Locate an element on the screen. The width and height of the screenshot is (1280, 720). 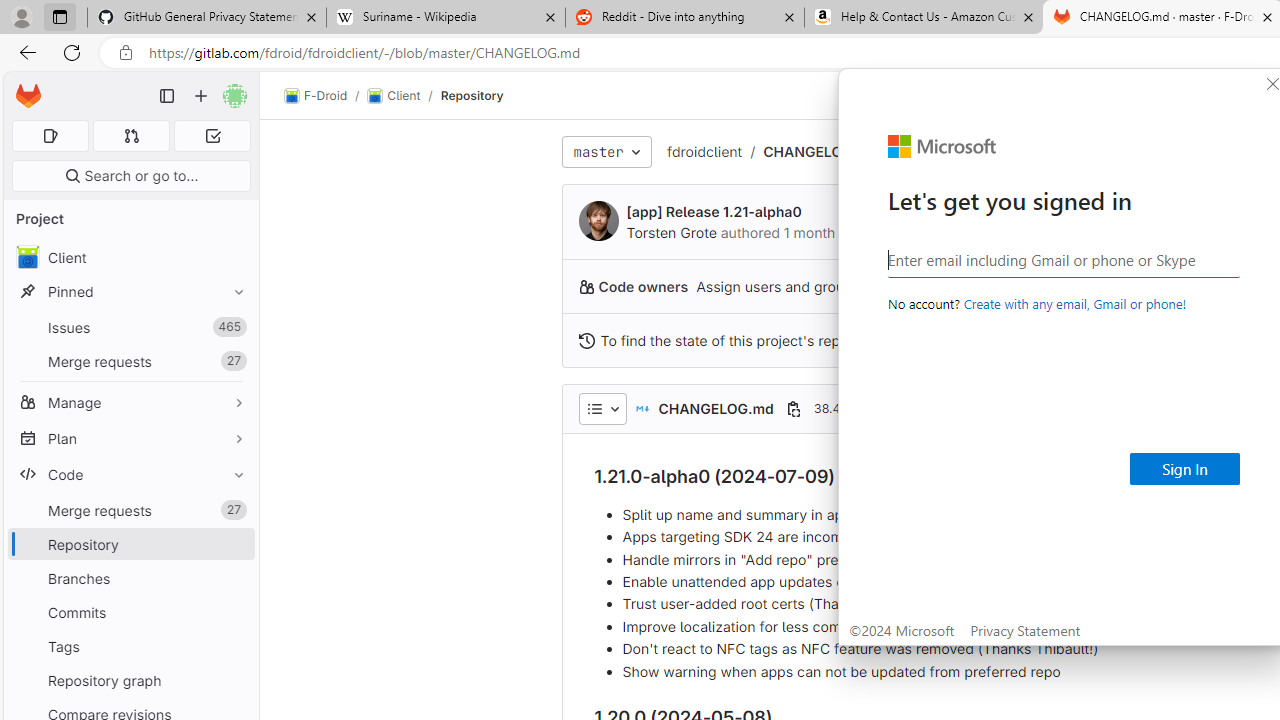
'Pin Tags' is located at coordinates (234, 646).